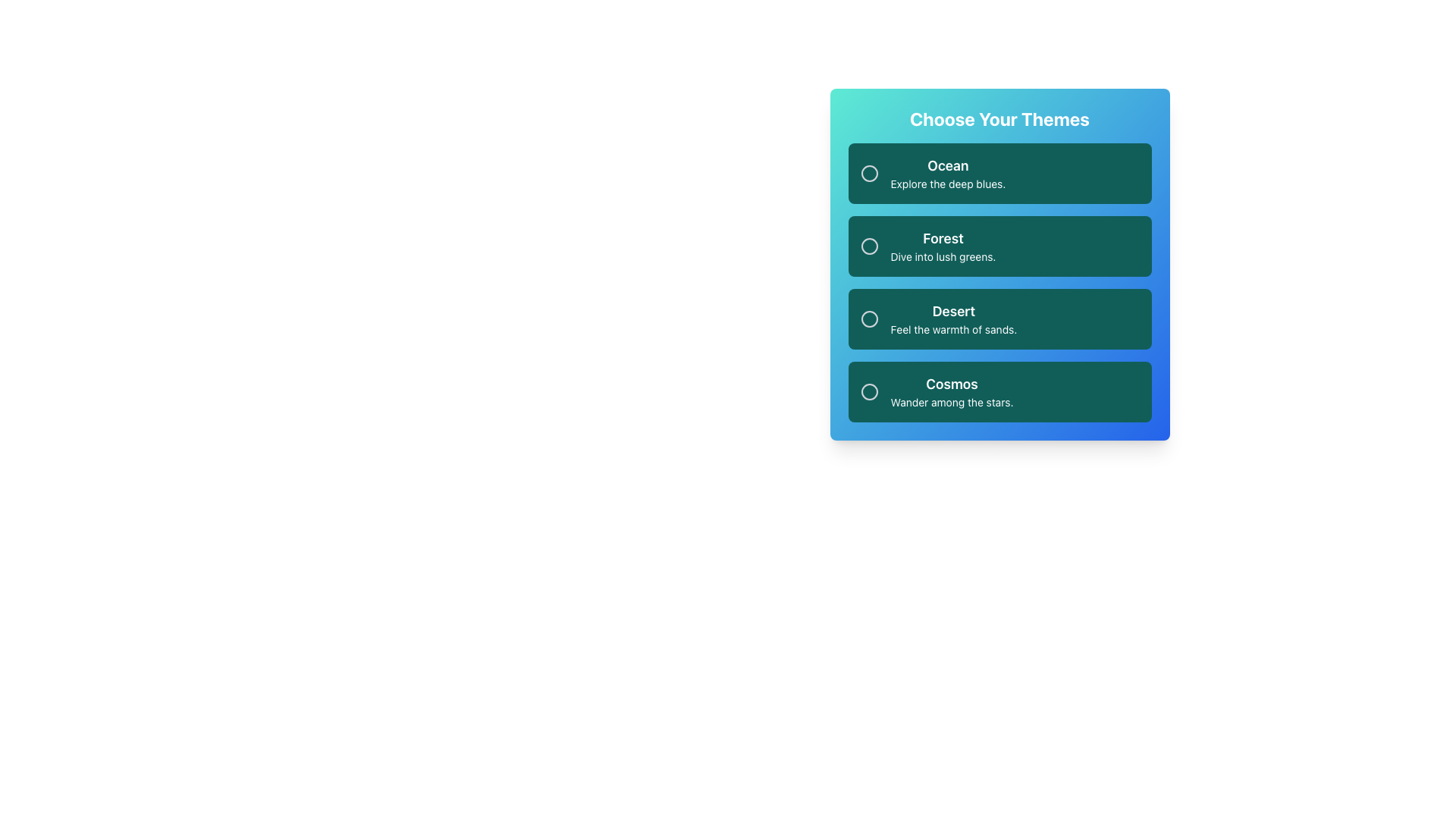 The image size is (1456, 819). Describe the element at coordinates (947, 172) in the screenshot. I see `the first option in the 'Choose Your Themes' list, which features the bold text 'Ocean' and the phrase 'Explore the deep blues.'` at that location.